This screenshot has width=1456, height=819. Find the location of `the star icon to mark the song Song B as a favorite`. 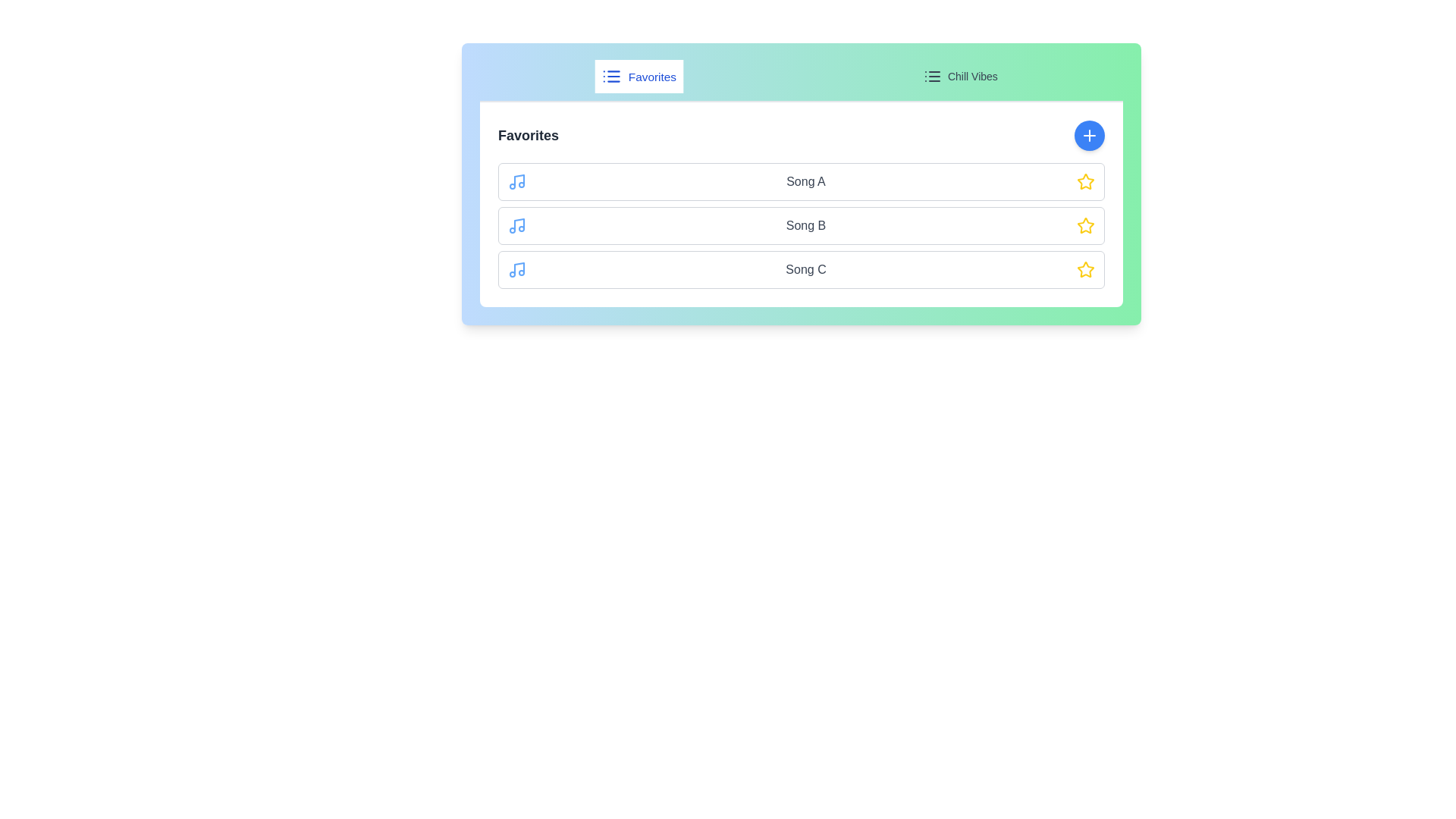

the star icon to mark the song Song B as a favorite is located at coordinates (1084, 225).